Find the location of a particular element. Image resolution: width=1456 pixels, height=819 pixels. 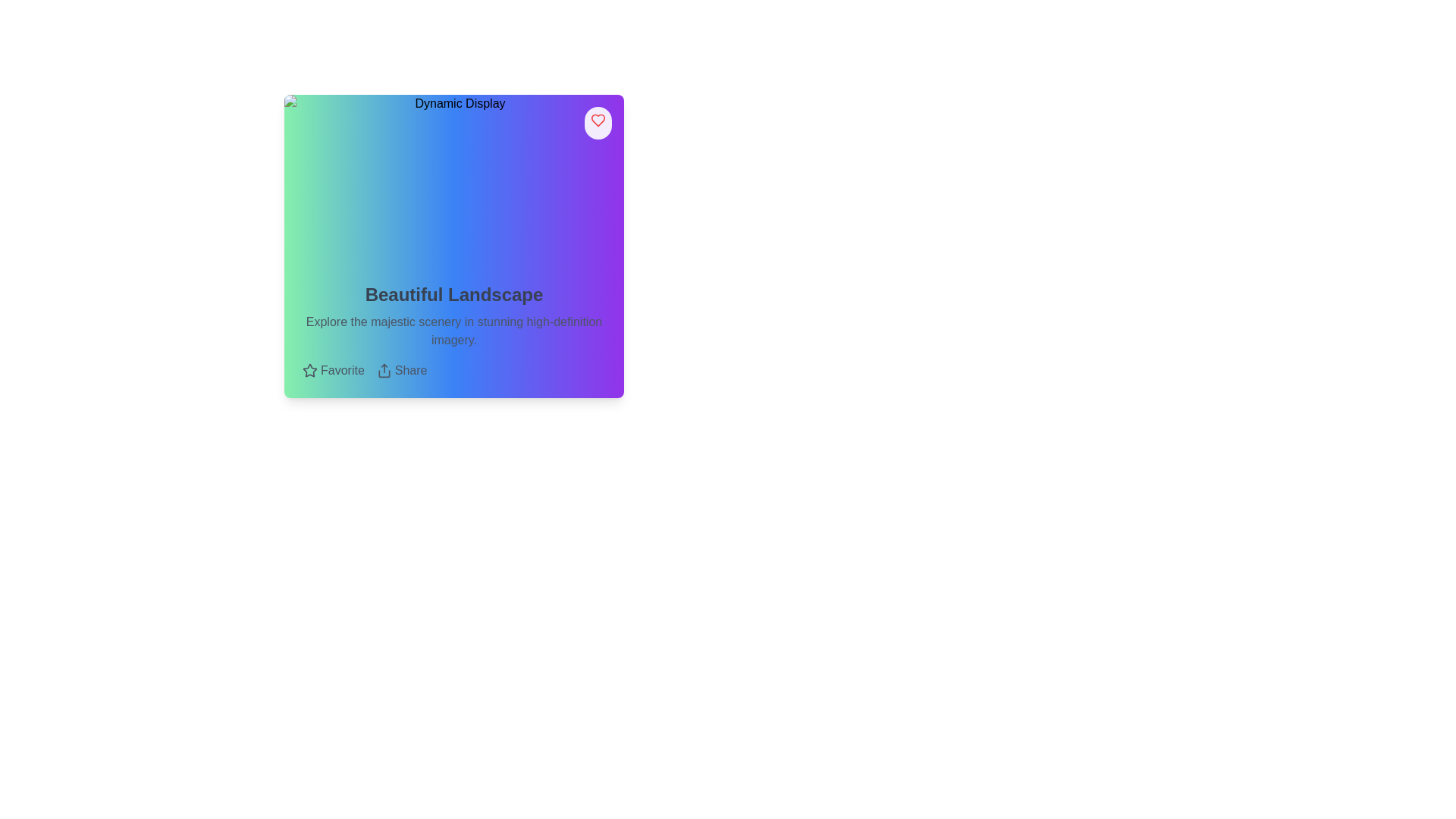

the favorite button located at the bottom-left of the vivid rectangular card to mark the item as a favorite is located at coordinates (332, 371).